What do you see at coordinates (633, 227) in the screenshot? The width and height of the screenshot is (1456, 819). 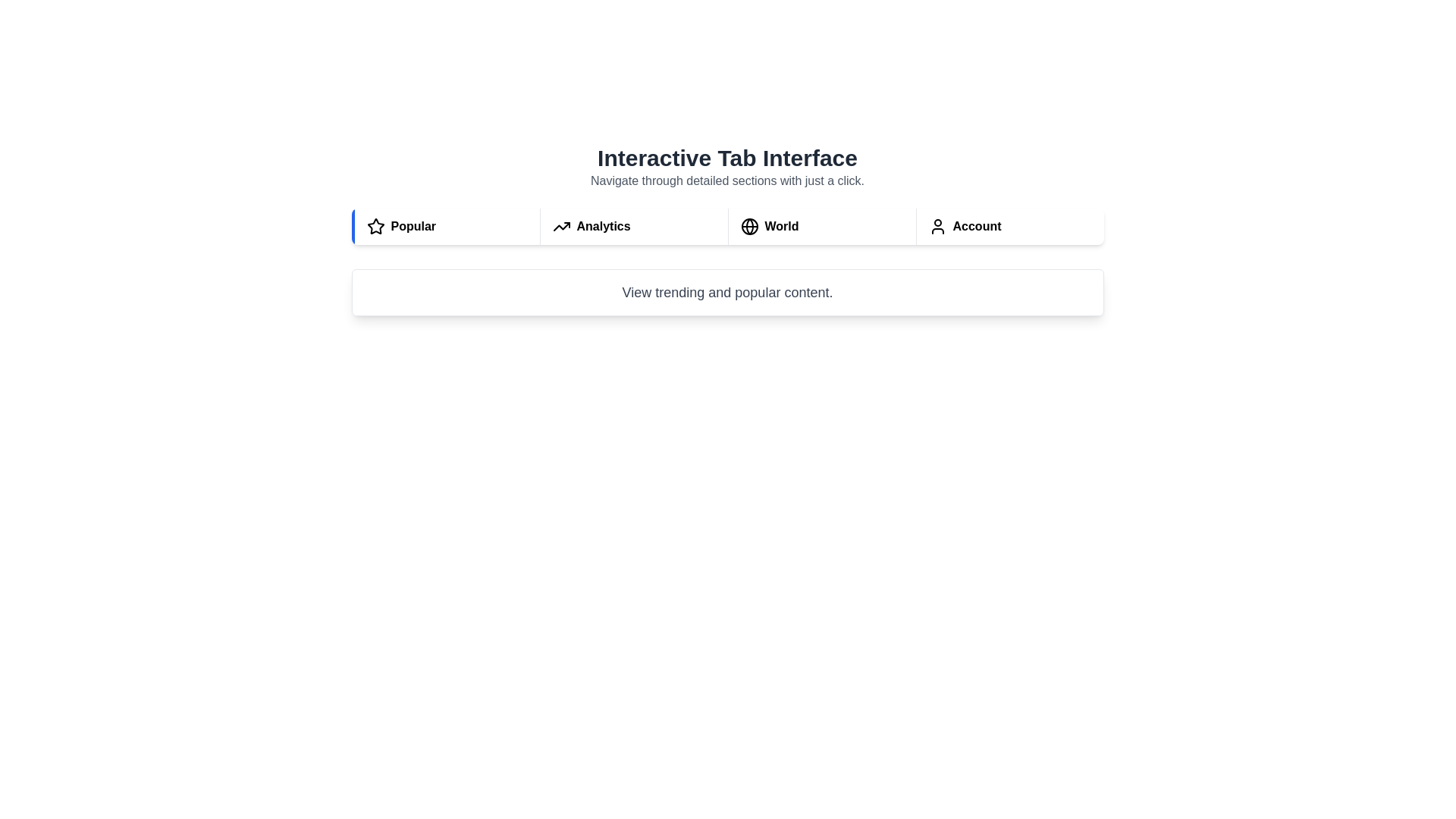 I see `the Analytics tab` at bounding box center [633, 227].